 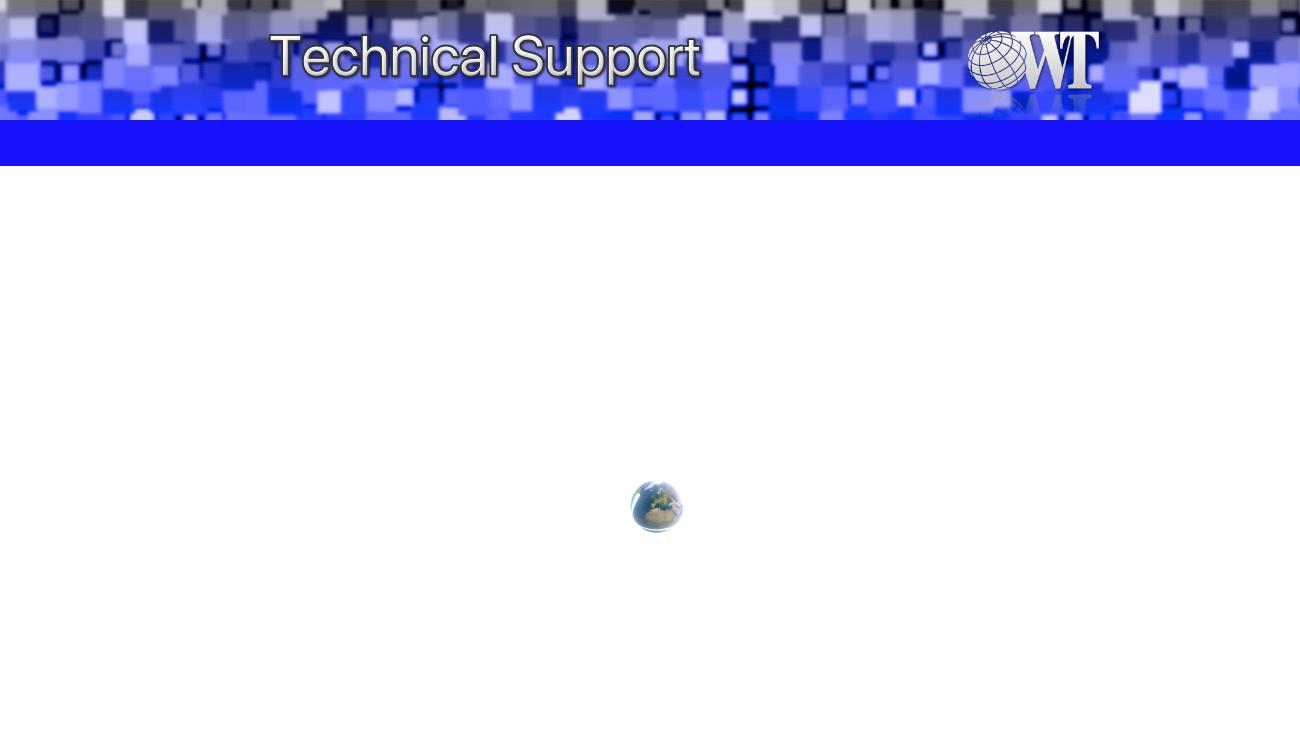 What do you see at coordinates (541, 141) in the screenshot?
I see `'Other'` at bounding box center [541, 141].